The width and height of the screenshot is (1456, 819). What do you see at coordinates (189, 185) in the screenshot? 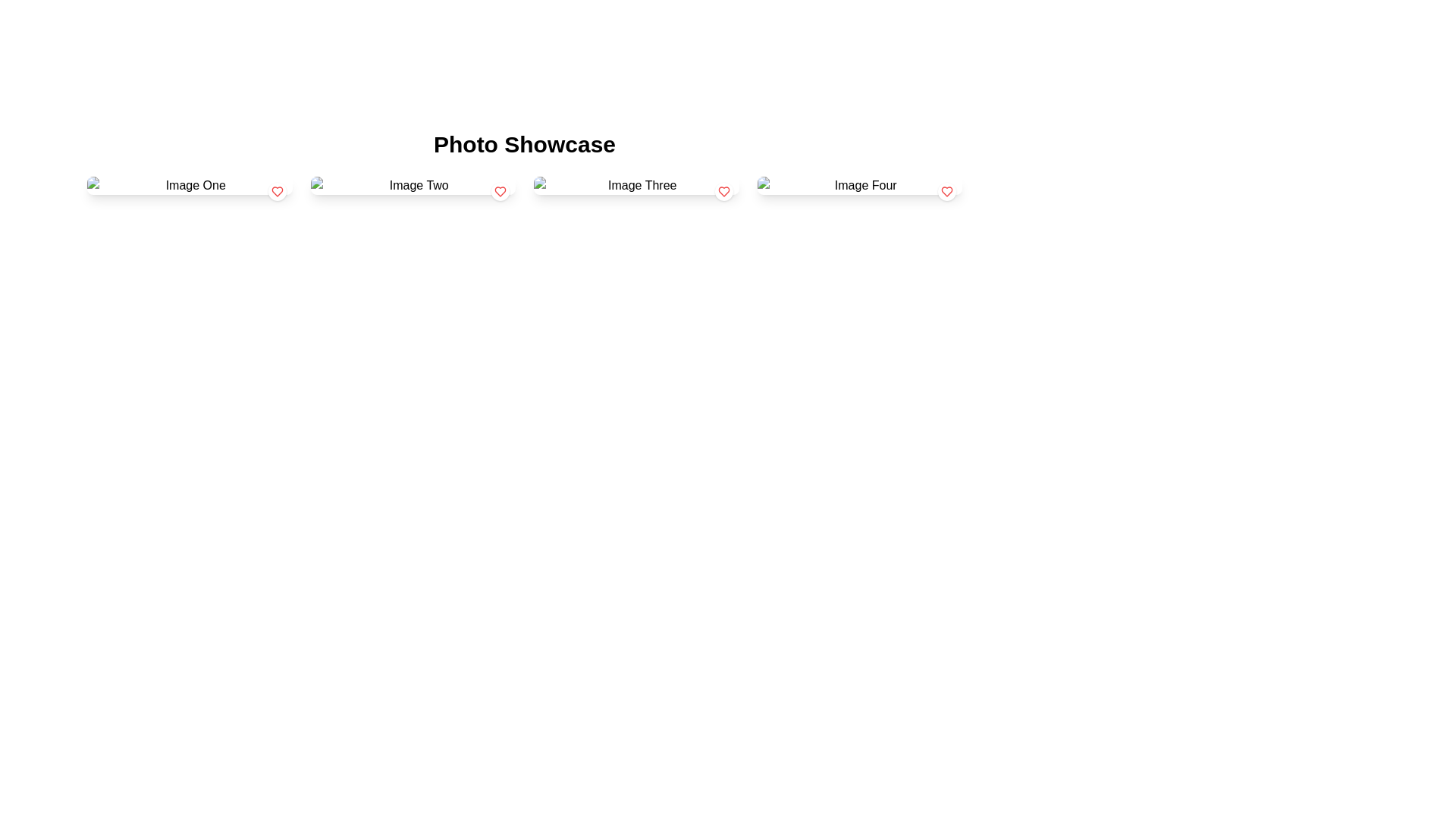
I see `details of the image in the tile labeled 'Image One', which is the first tile in a grid layout with a heart icon at the top-right corner` at bounding box center [189, 185].